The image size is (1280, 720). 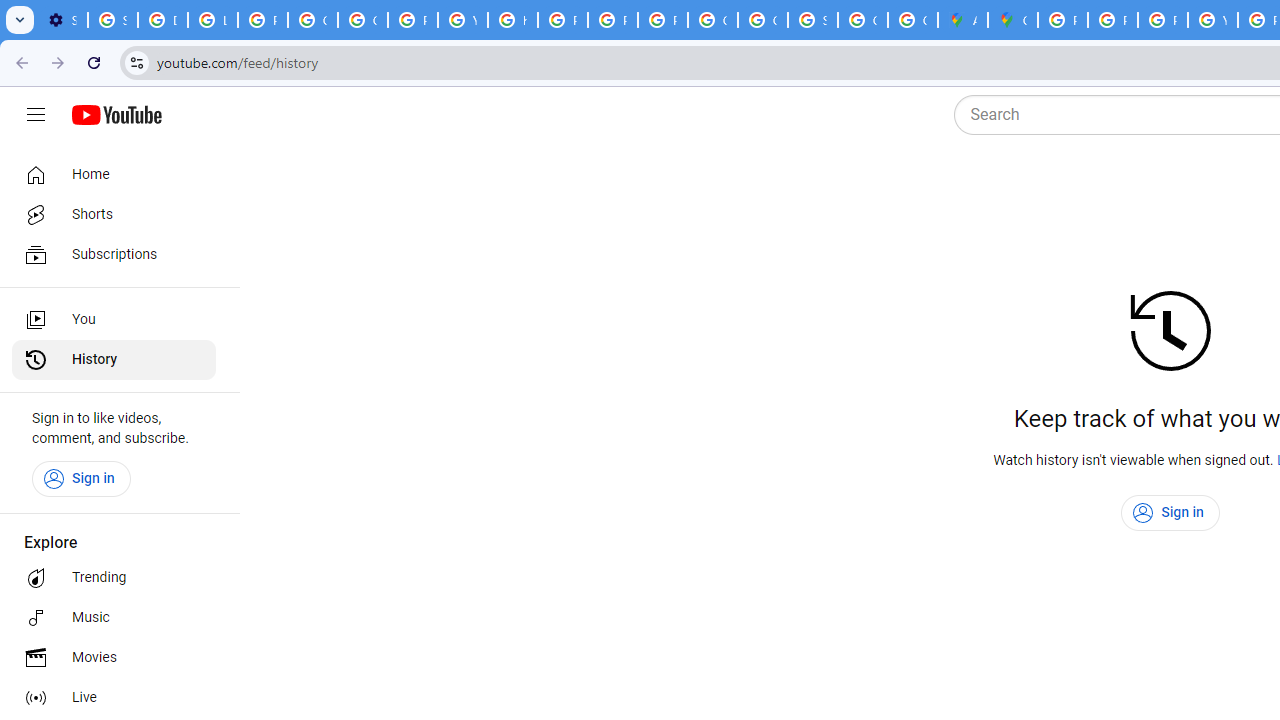 I want to click on 'Shorts', so click(x=112, y=214).